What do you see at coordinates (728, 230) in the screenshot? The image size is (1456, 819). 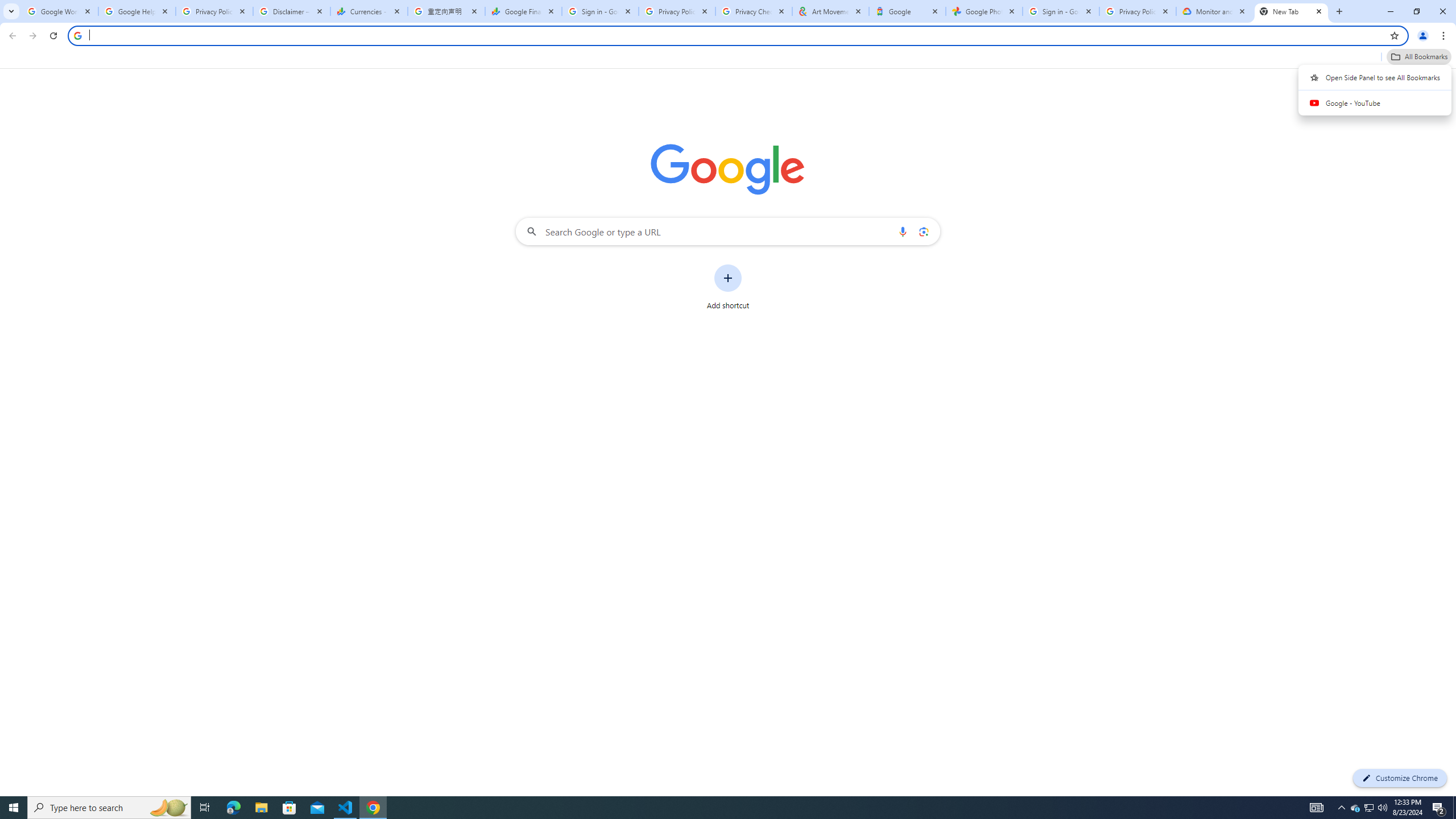 I see `'Search Google or type a URL'` at bounding box center [728, 230].